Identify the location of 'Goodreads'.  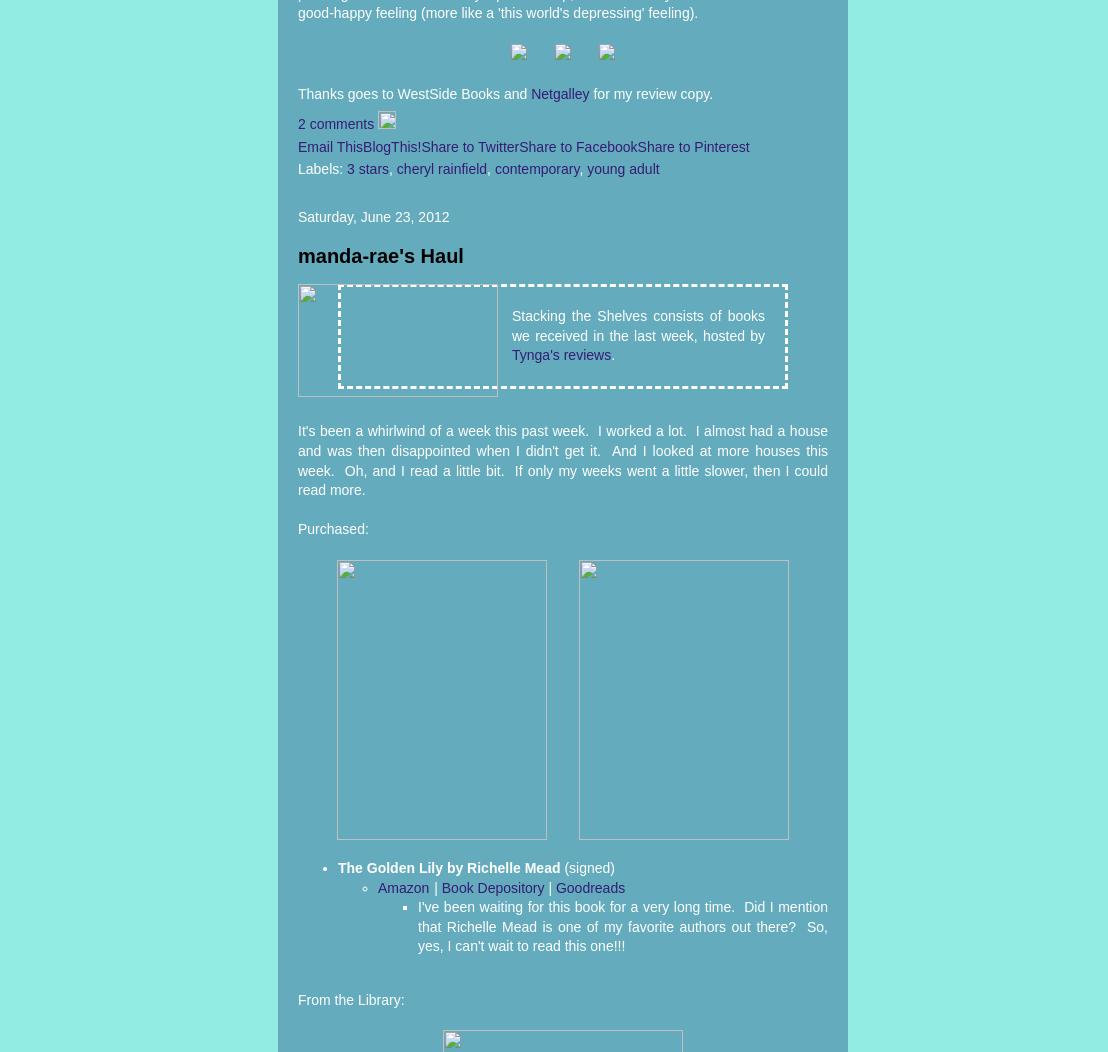
(554, 887).